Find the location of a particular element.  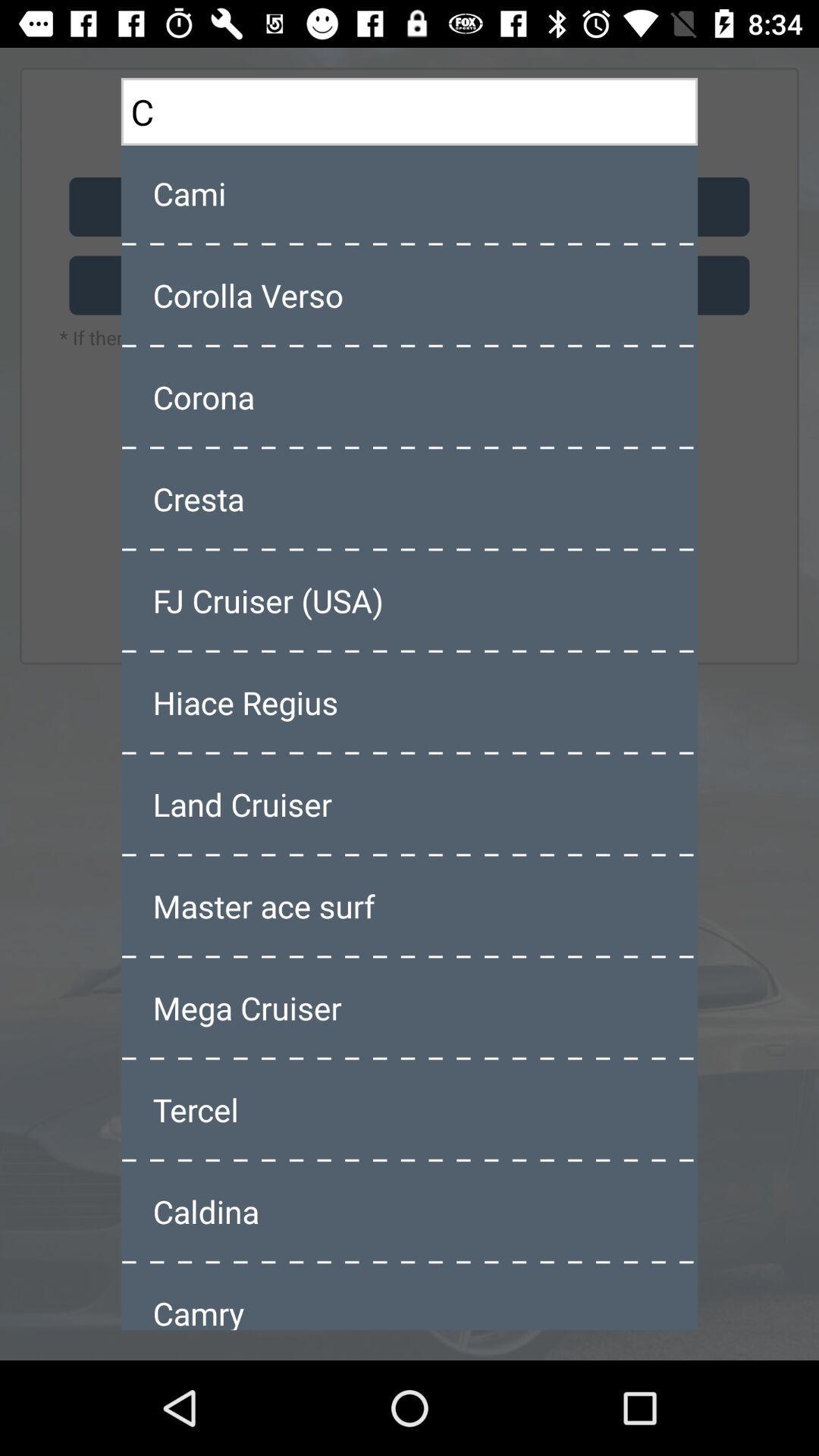

the item below the mega cruiser item is located at coordinates (409, 1109).